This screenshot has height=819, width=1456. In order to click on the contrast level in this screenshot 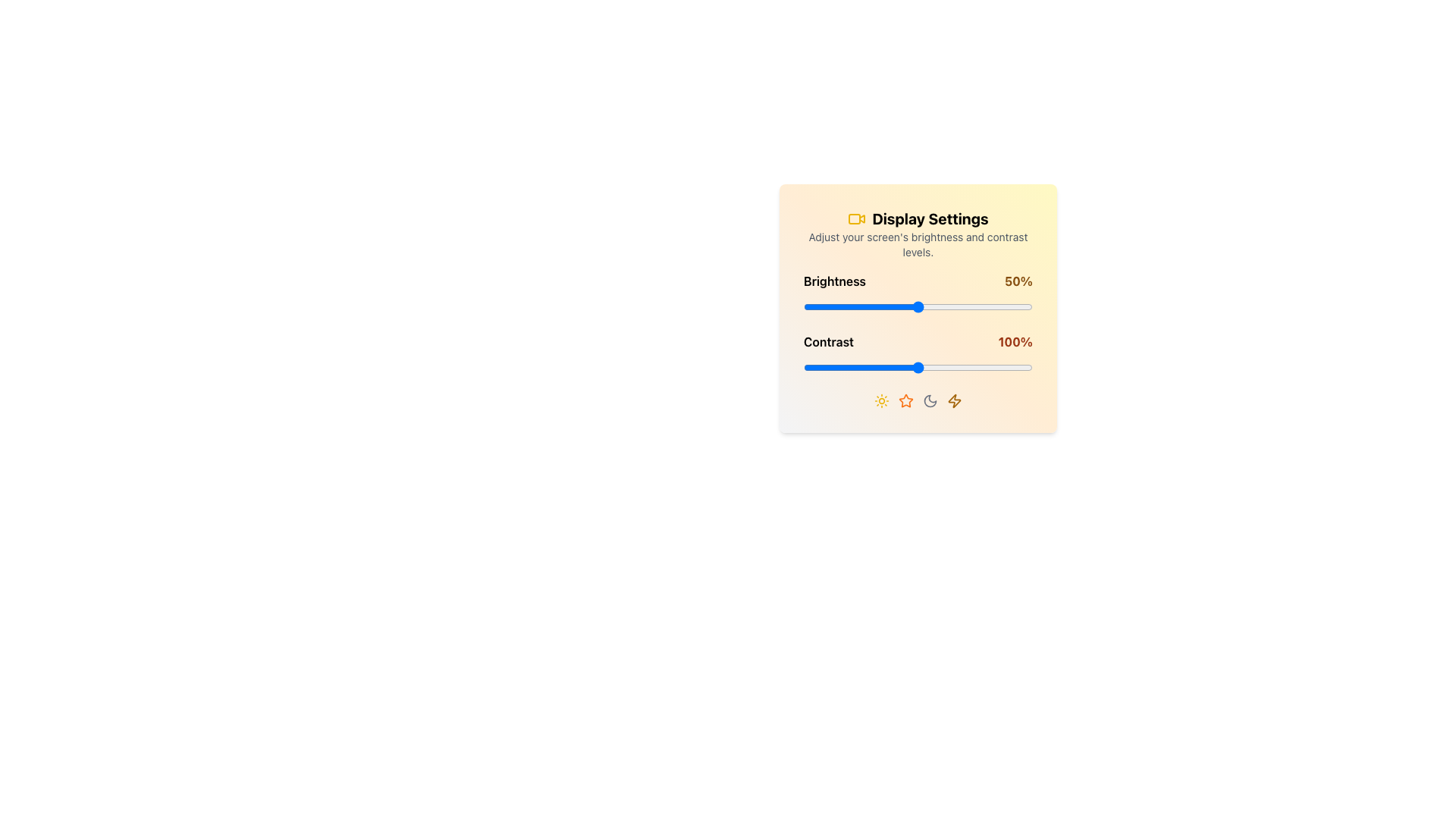, I will do `click(850, 368)`.